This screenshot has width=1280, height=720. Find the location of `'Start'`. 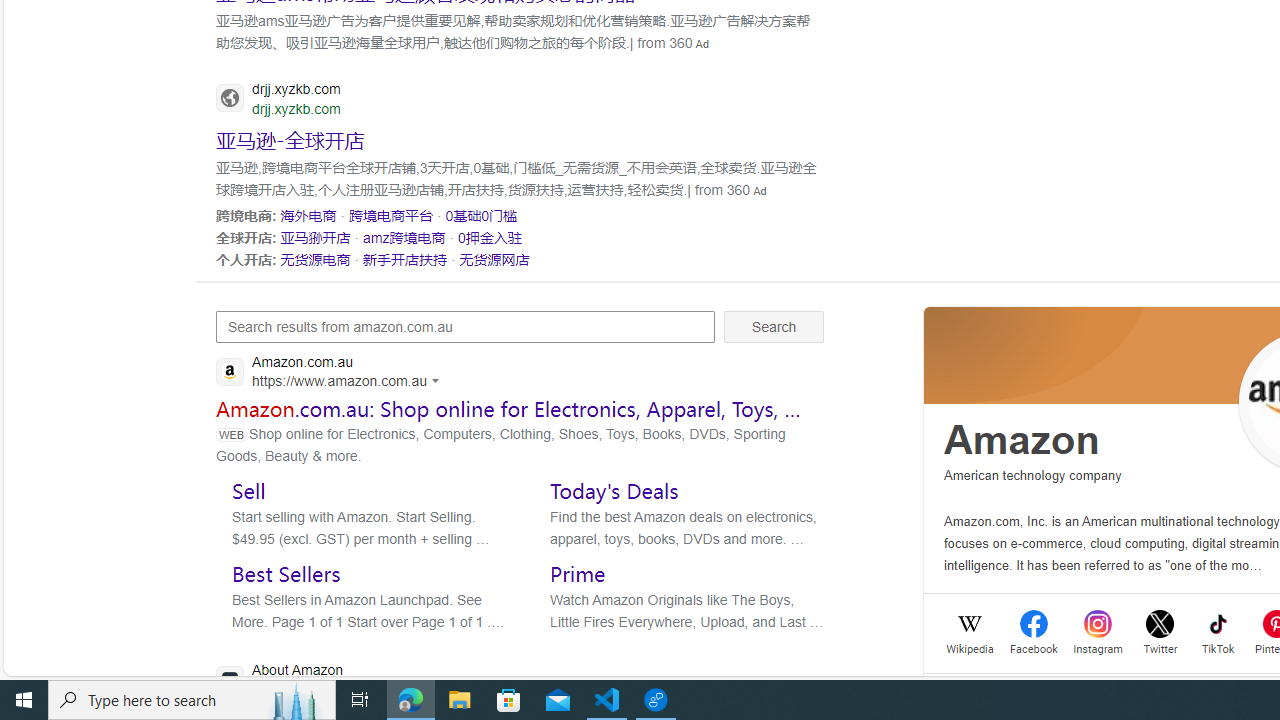

'Start' is located at coordinates (24, 698).